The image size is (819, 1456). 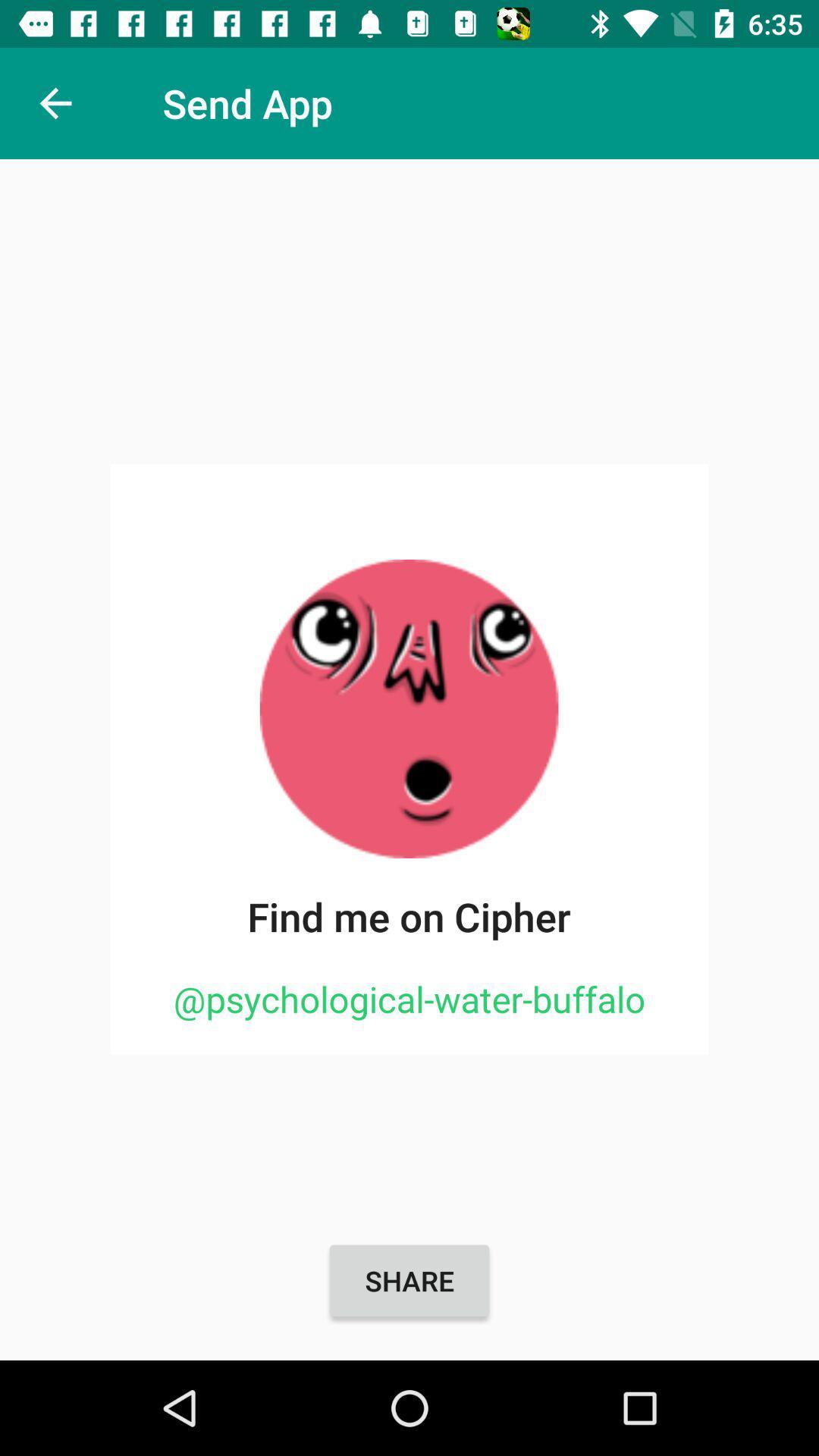 What do you see at coordinates (409, 1280) in the screenshot?
I see `the item below the @psychological-water-buffalo icon` at bounding box center [409, 1280].